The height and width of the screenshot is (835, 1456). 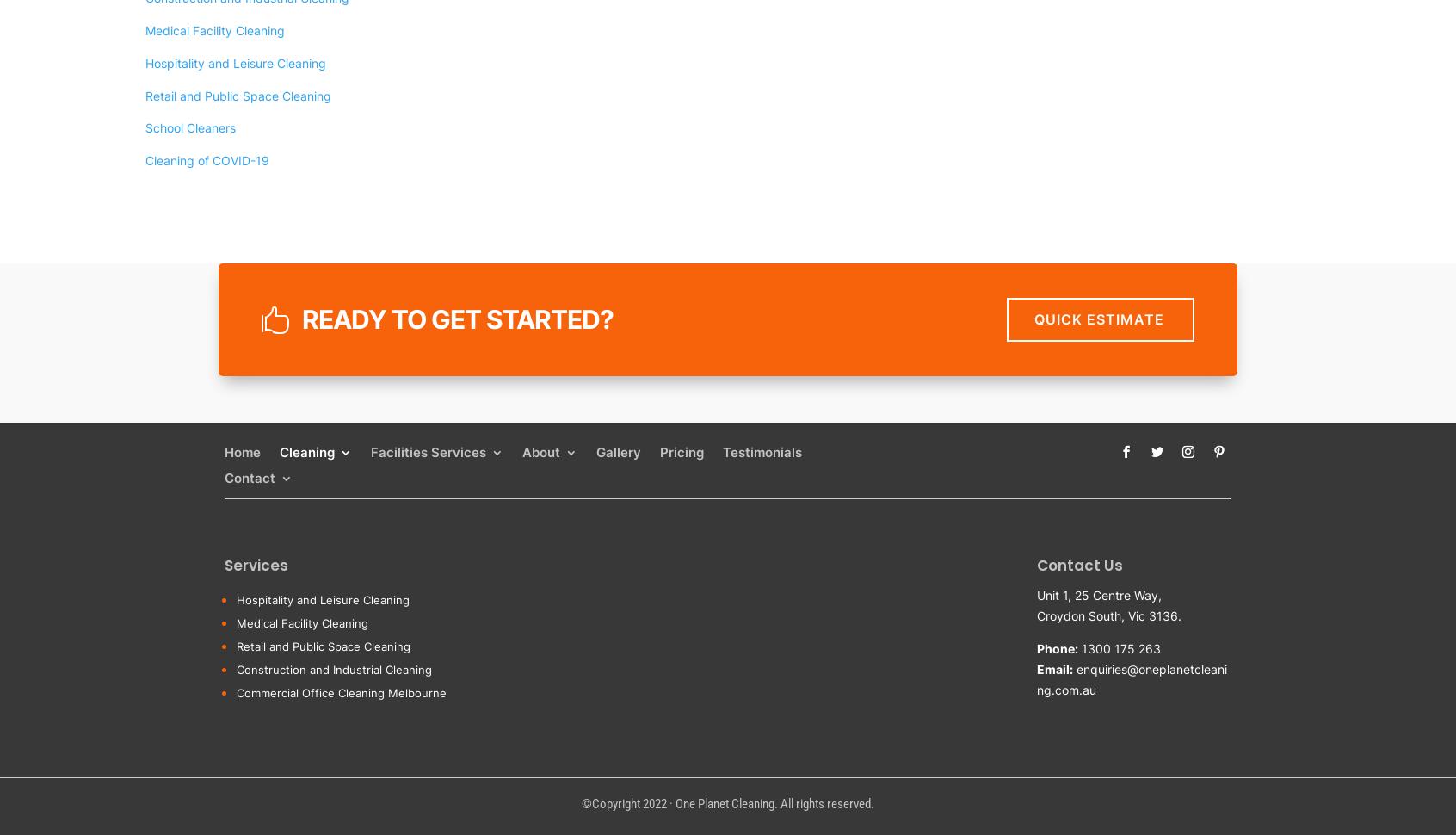 I want to click on 'Medical Facility', so click(x=355, y=745).